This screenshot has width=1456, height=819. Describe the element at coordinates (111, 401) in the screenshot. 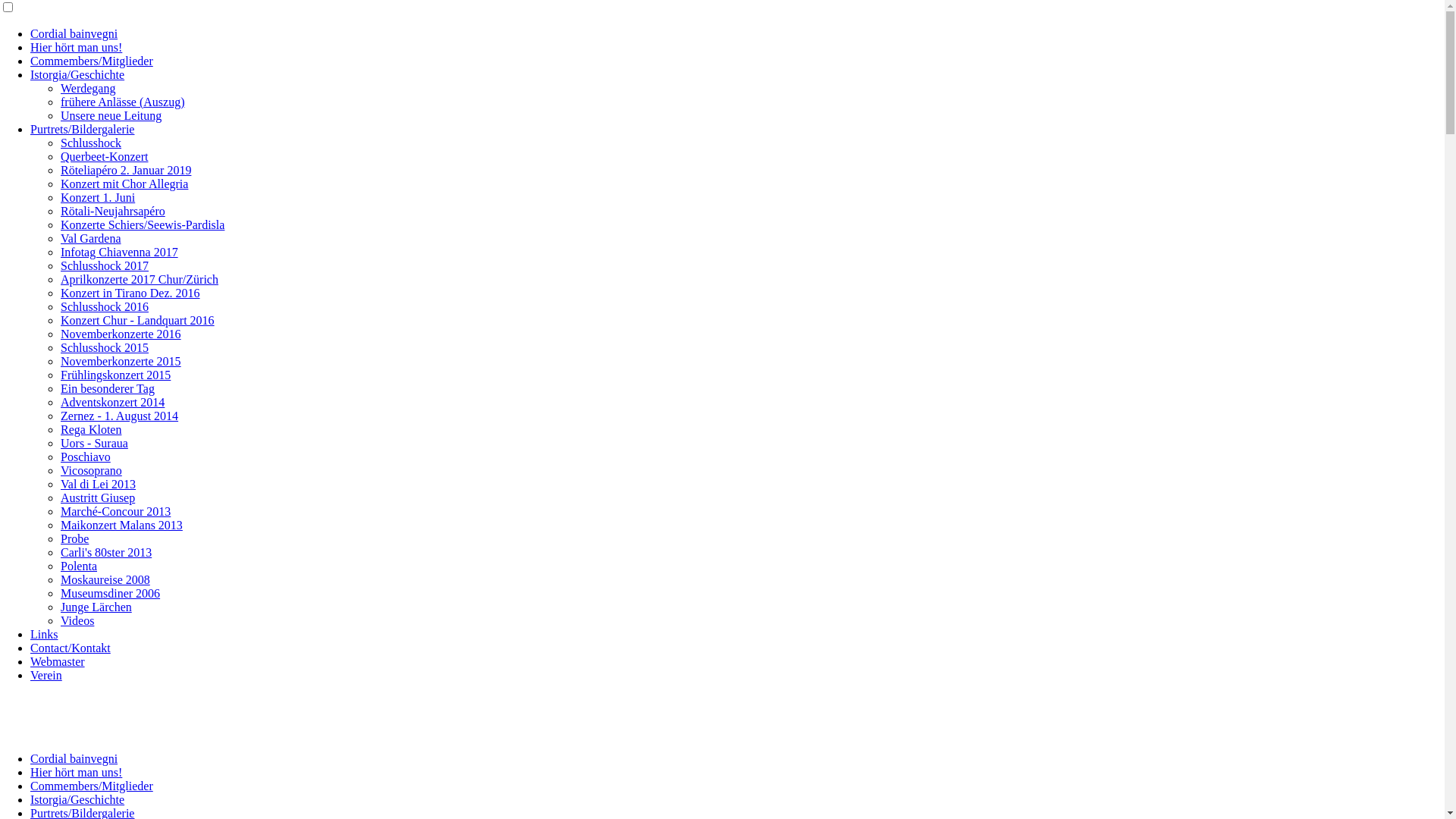

I see `'Adventskonzert 2014'` at that location.